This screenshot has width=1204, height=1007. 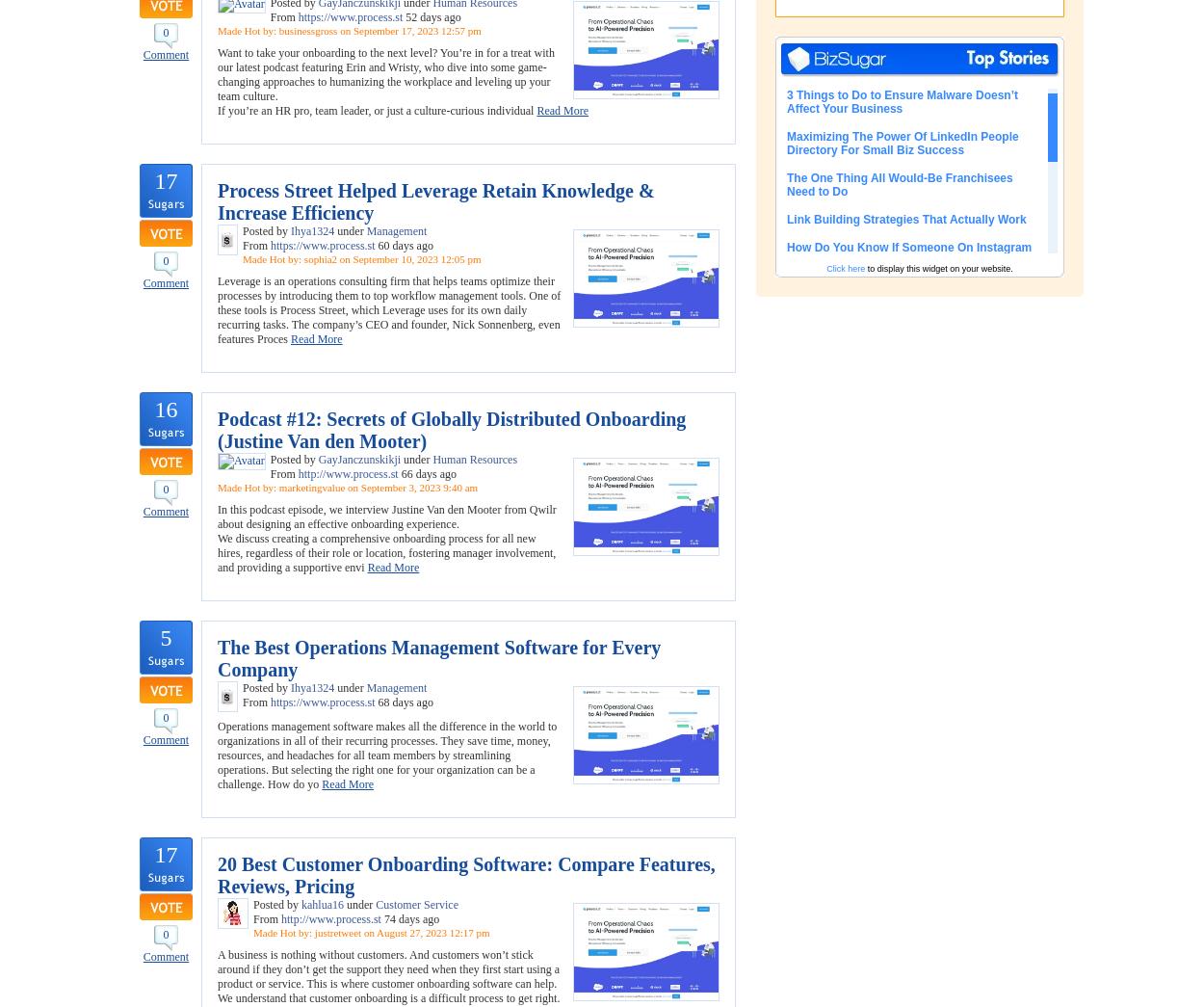 I want to click on 'businessgross', so click(x=306, y=29).